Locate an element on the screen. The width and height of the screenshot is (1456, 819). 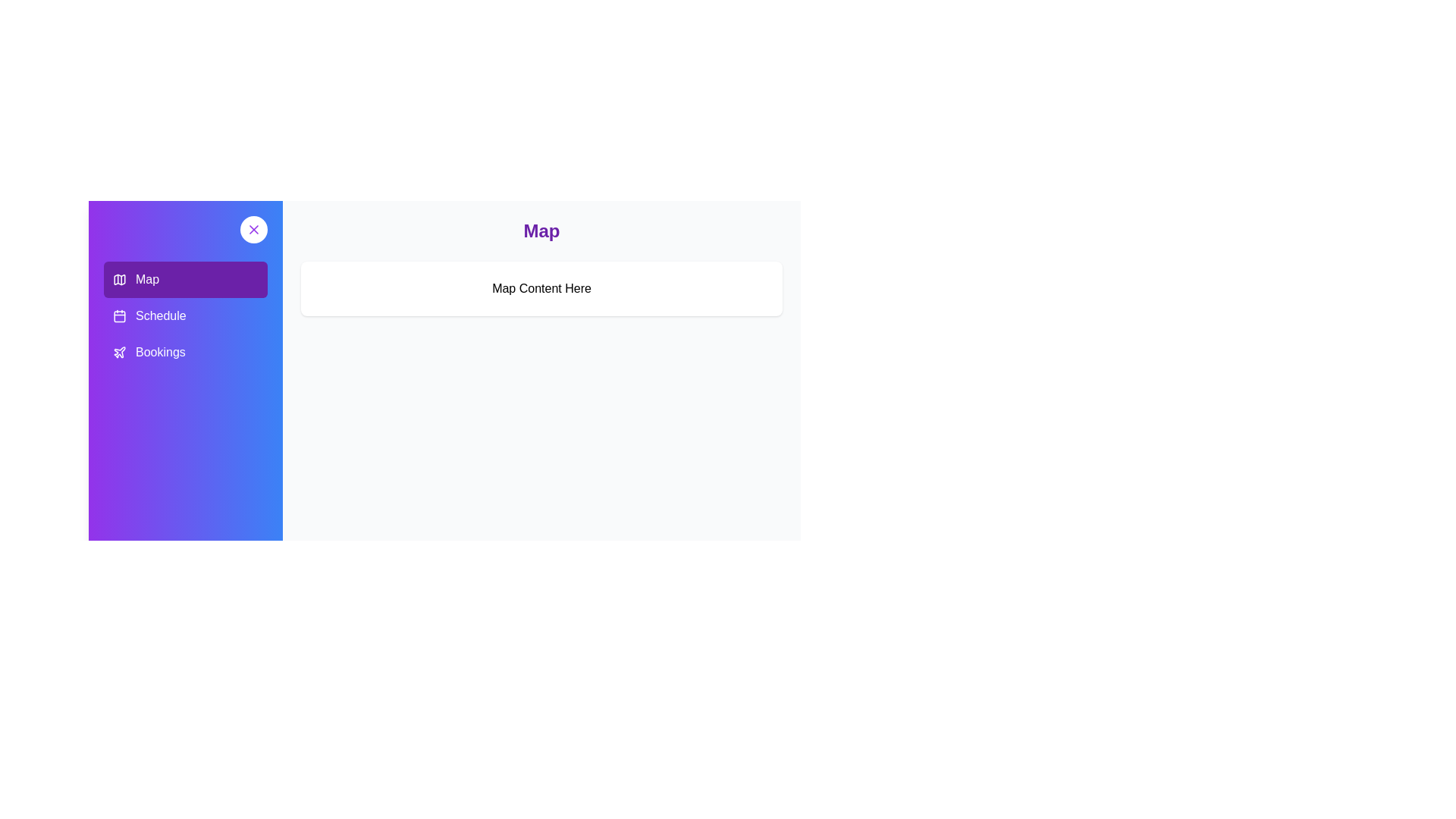
the Map tab by clicking on it is located at coordinates (184, 280).